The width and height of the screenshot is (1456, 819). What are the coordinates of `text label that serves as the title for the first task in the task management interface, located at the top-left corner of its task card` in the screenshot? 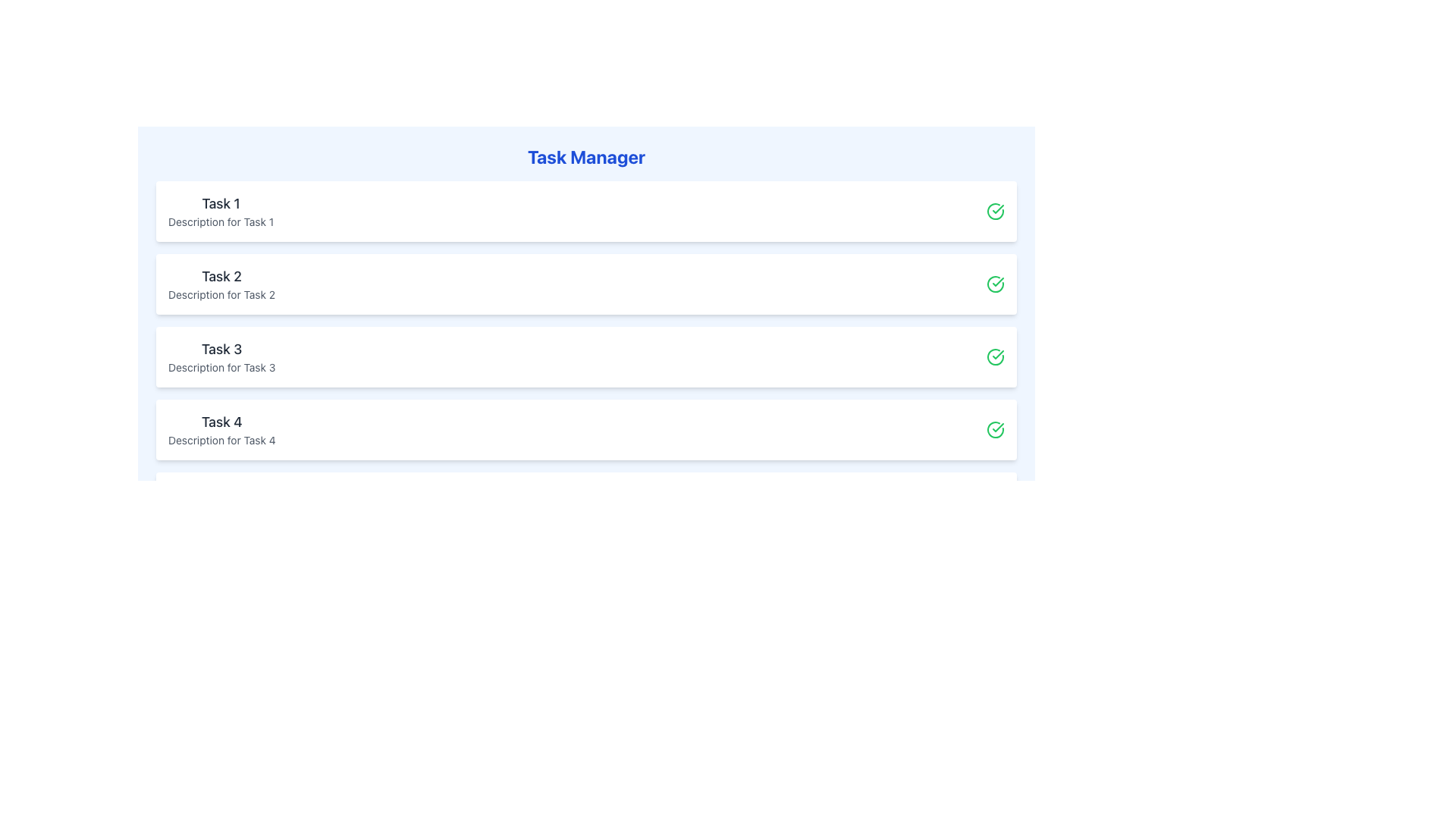 It's located at (220, 203).